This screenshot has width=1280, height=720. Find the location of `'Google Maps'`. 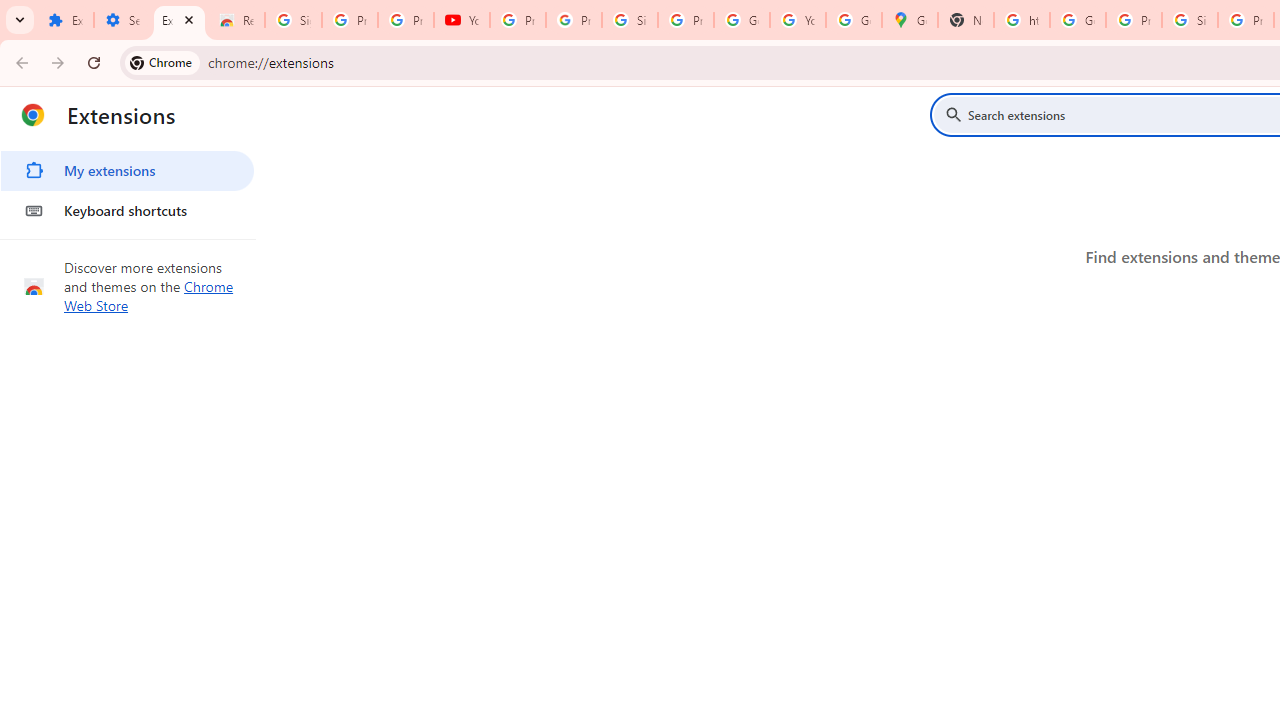

'Google Maps' is located at coordinates (909, 20).